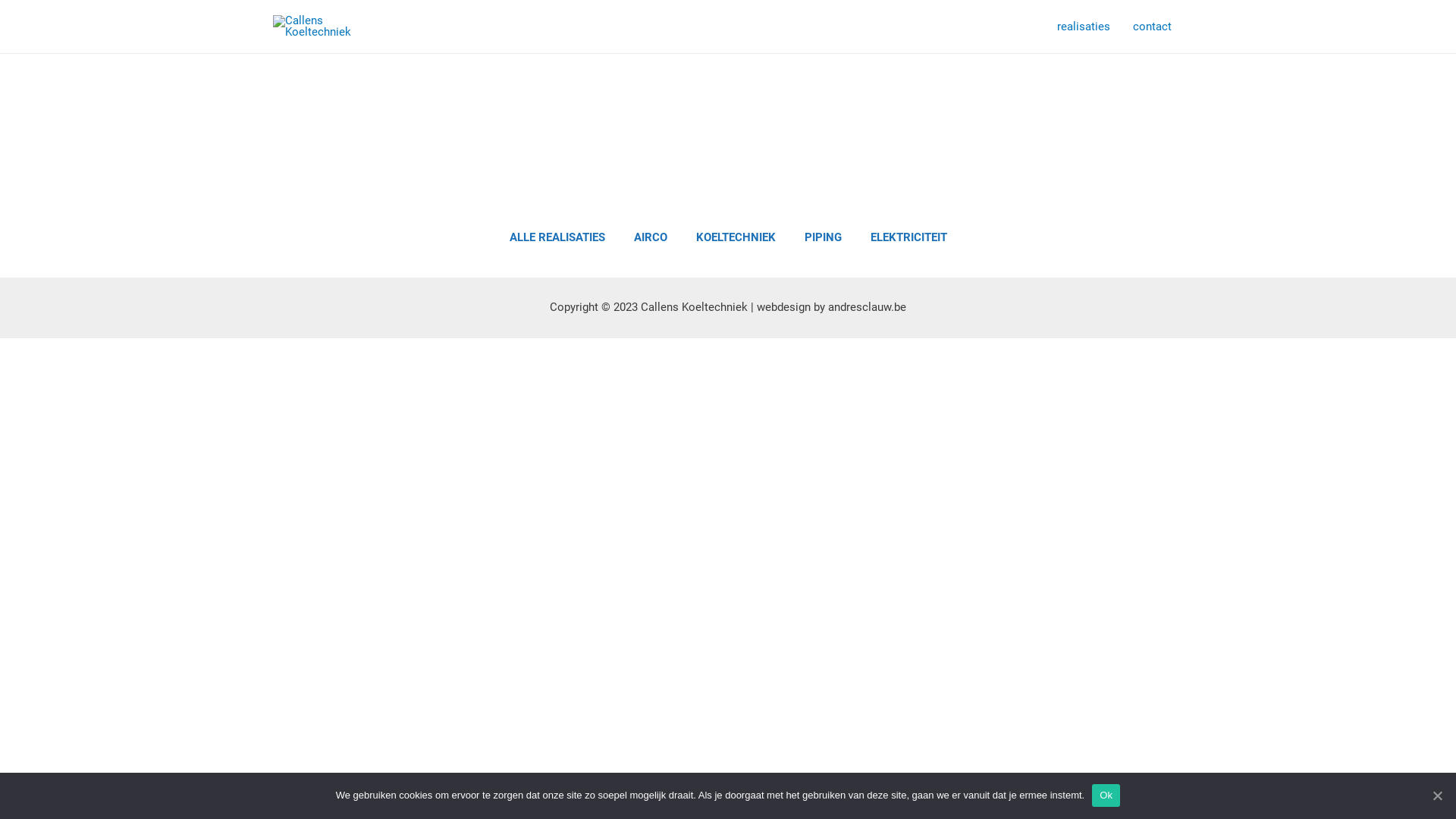 The height and width of the screenshot is (819, 1456). What do you see at coordinates (1152, 26) in the screenshot?
I see `'contact'` at bounding box center [1152, 26].